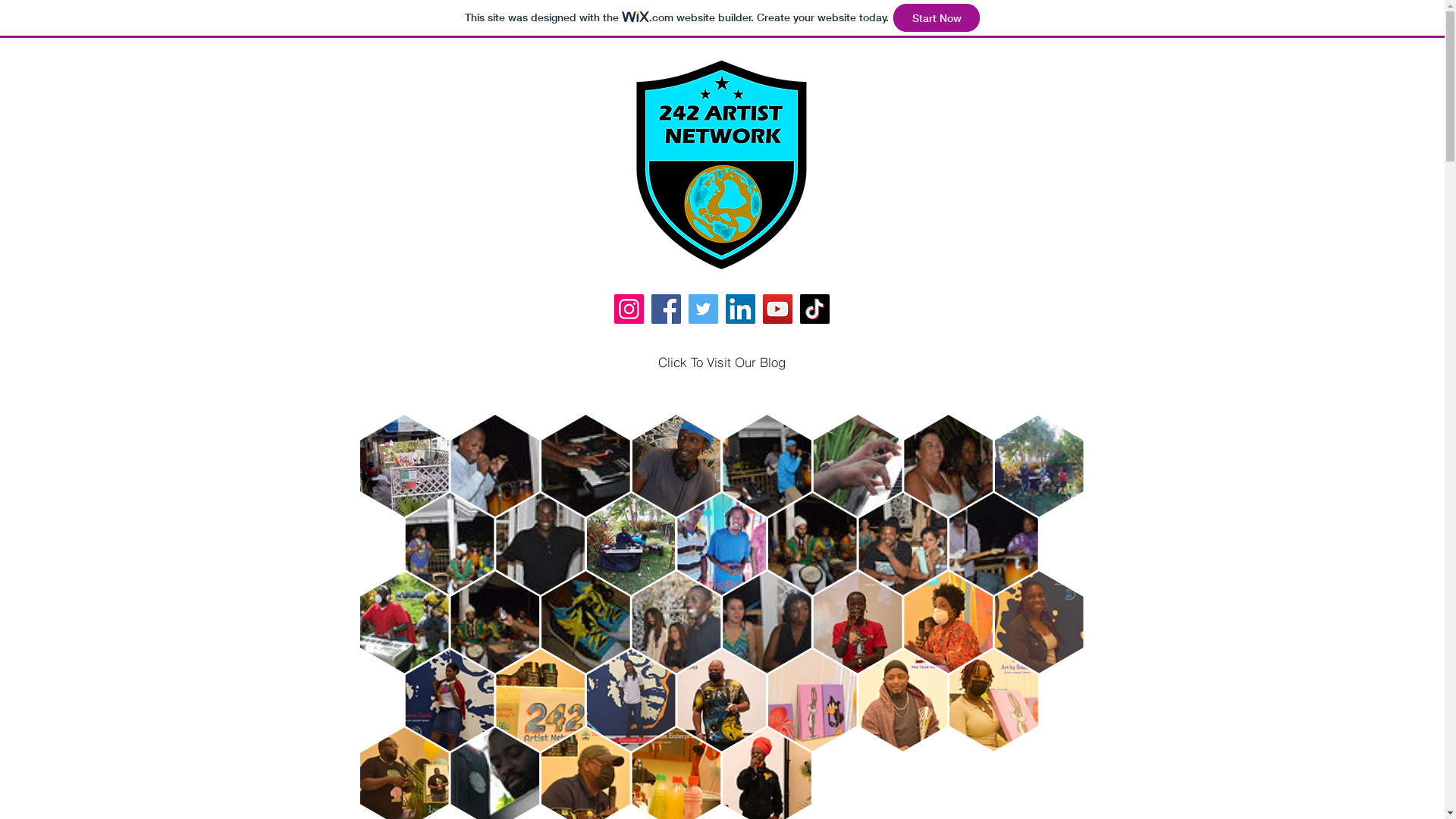 The height and width of the screenshot is (819, 1456). Describe the element at coordinates (721, 362) in the screenshot. I see `'Click To Visit Our Blog'` at that location.